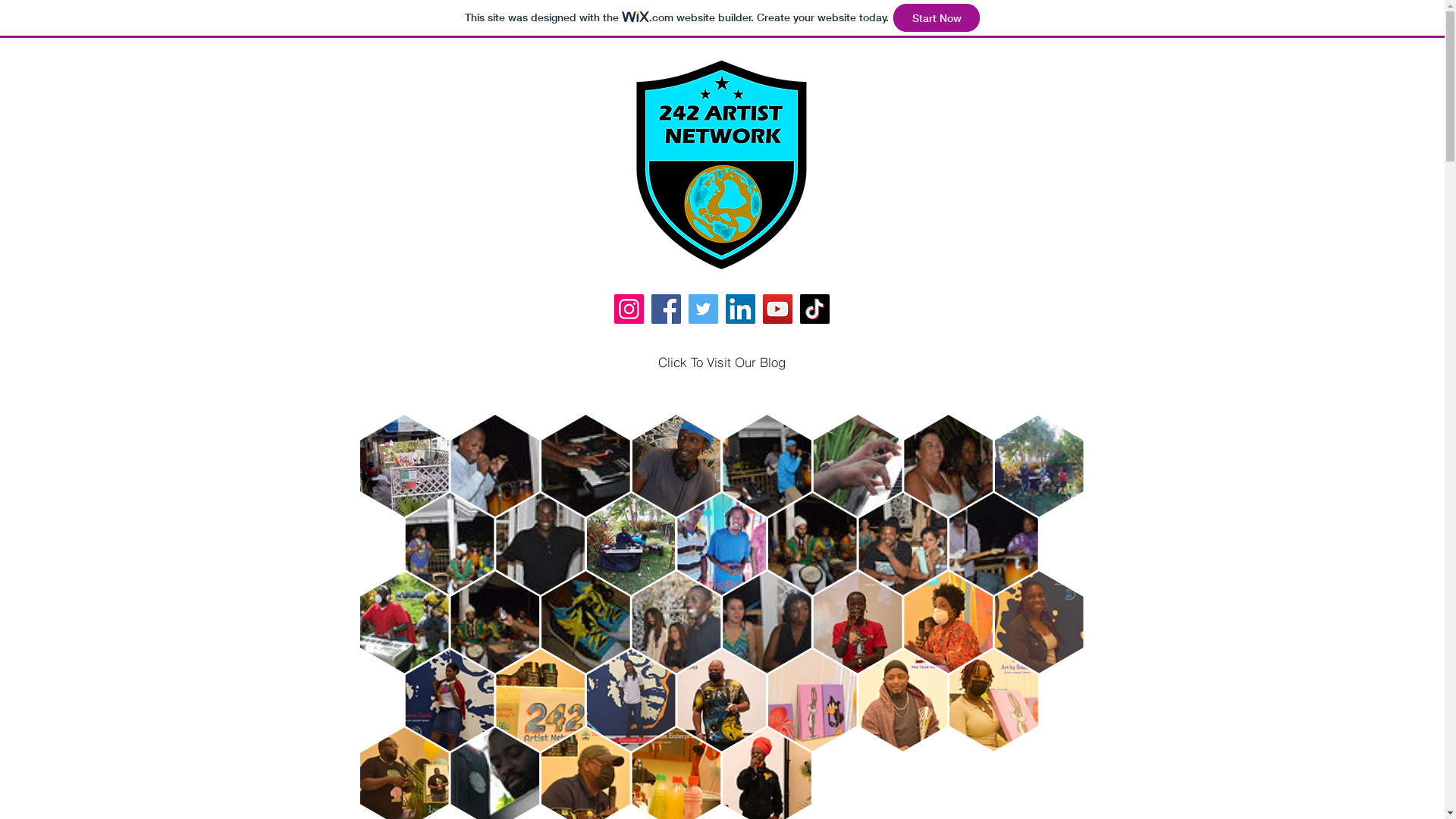 The height and width of the screenshot is (819, 1456). Describe the element at coordinates (721, 362) in the screenshot. I see `'Click To Visit Our Blog'` at that location.